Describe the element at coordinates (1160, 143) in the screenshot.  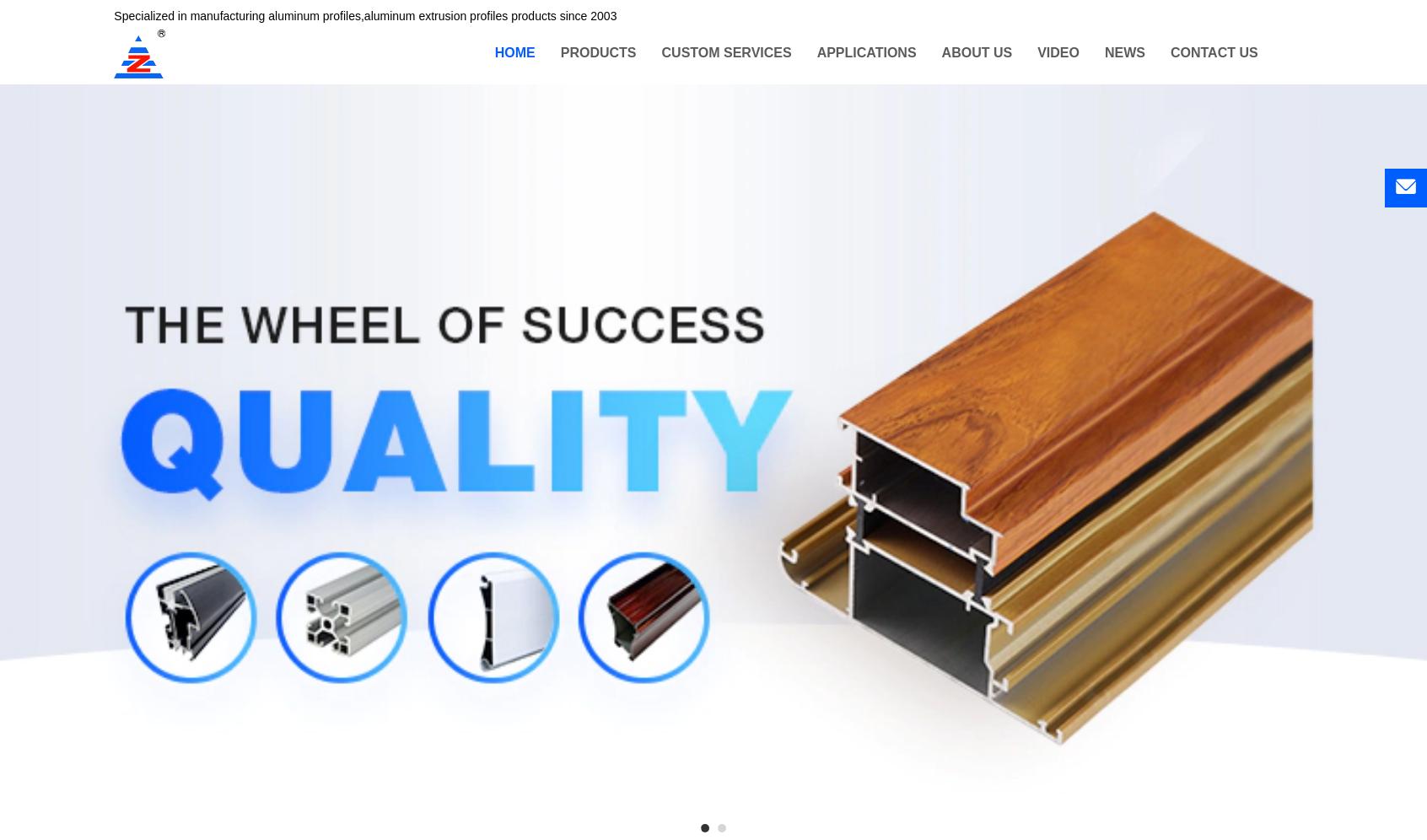
I see `'Company dynamics'` at that location.